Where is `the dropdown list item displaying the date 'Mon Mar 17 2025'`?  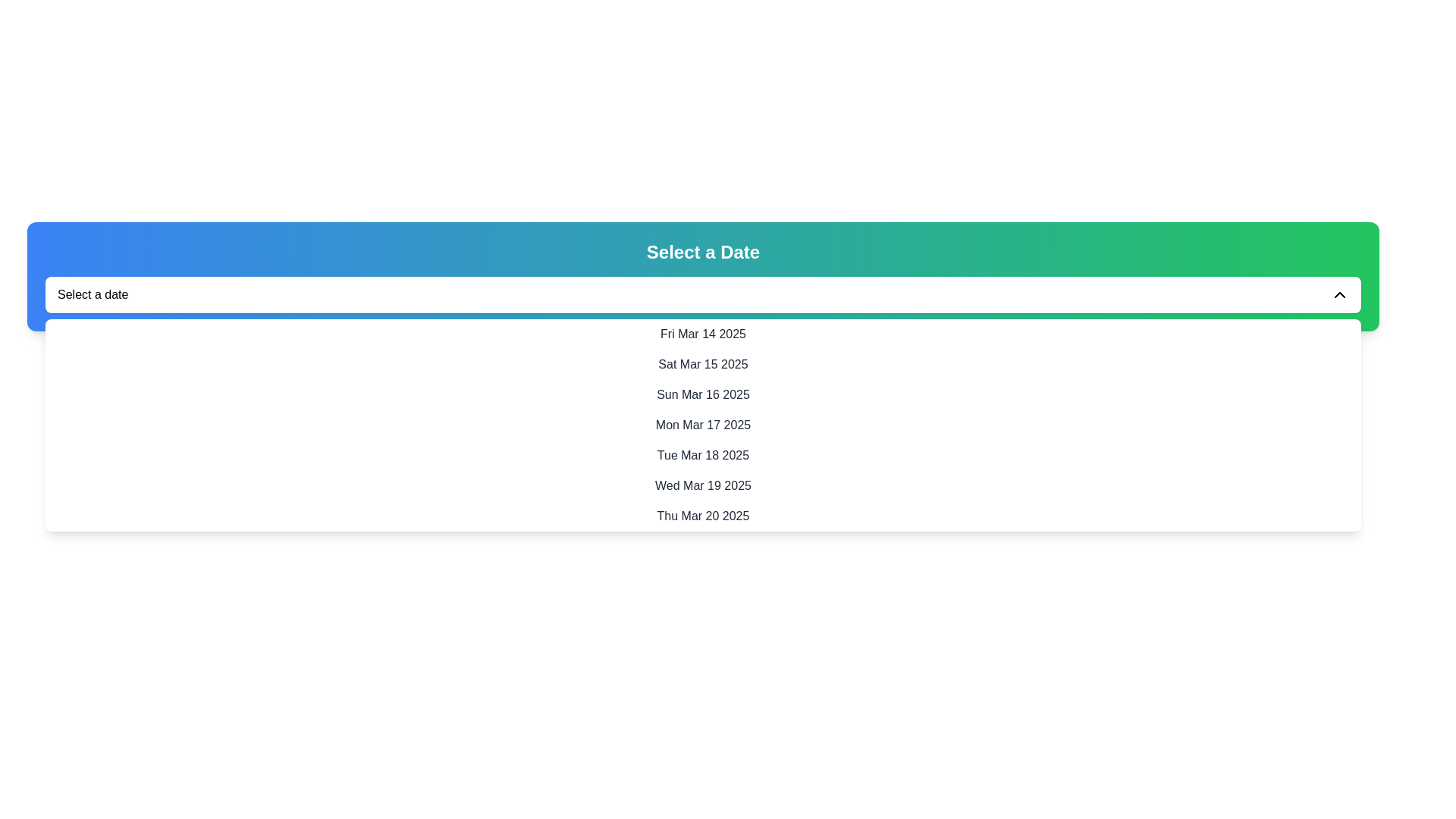
the dropdown list item displaying the date 'Mon Mar 17 2025' is located at coordinates (702, 425).